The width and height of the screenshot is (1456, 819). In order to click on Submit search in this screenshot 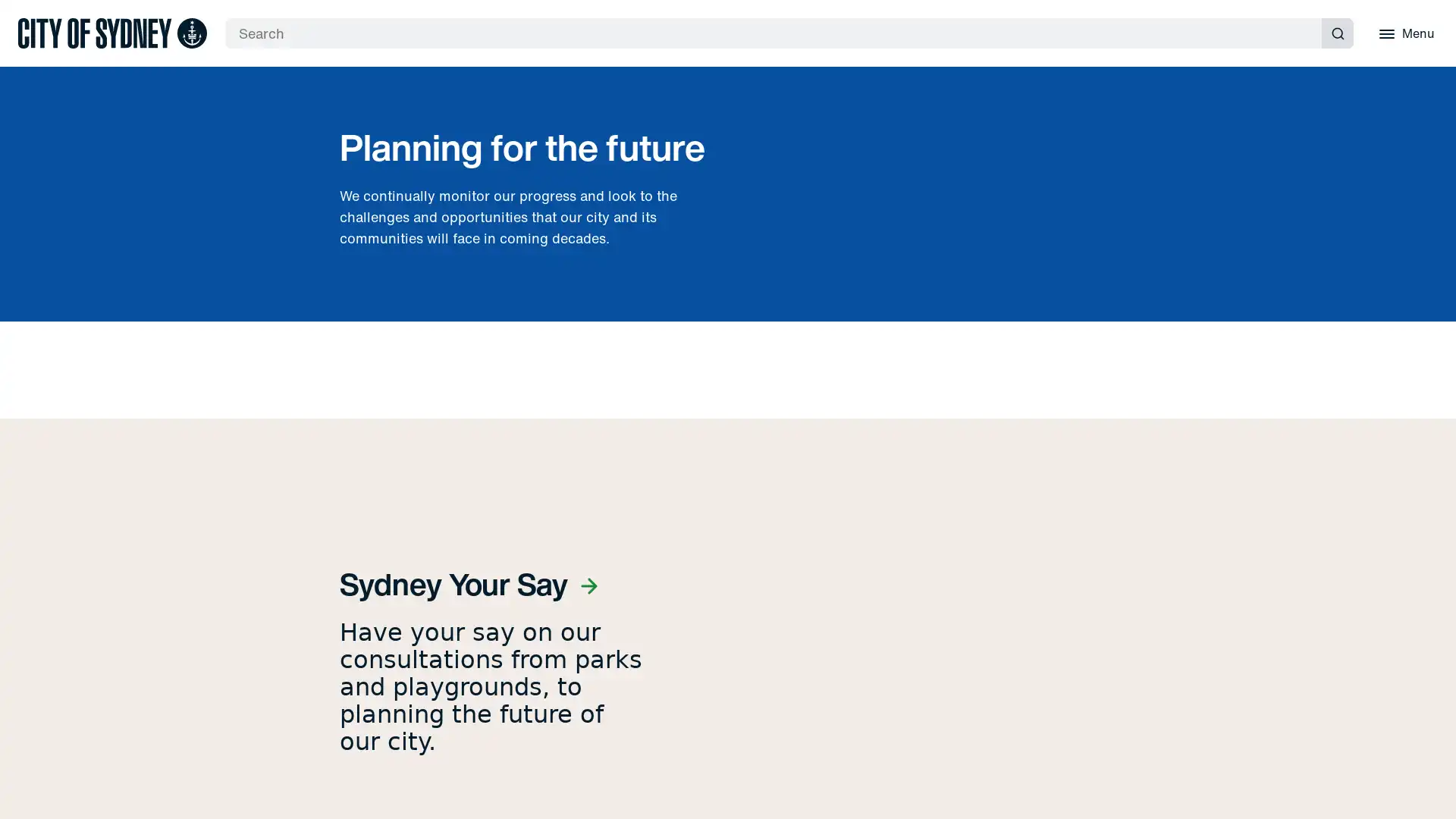, I will do `click(1337, 33)`.